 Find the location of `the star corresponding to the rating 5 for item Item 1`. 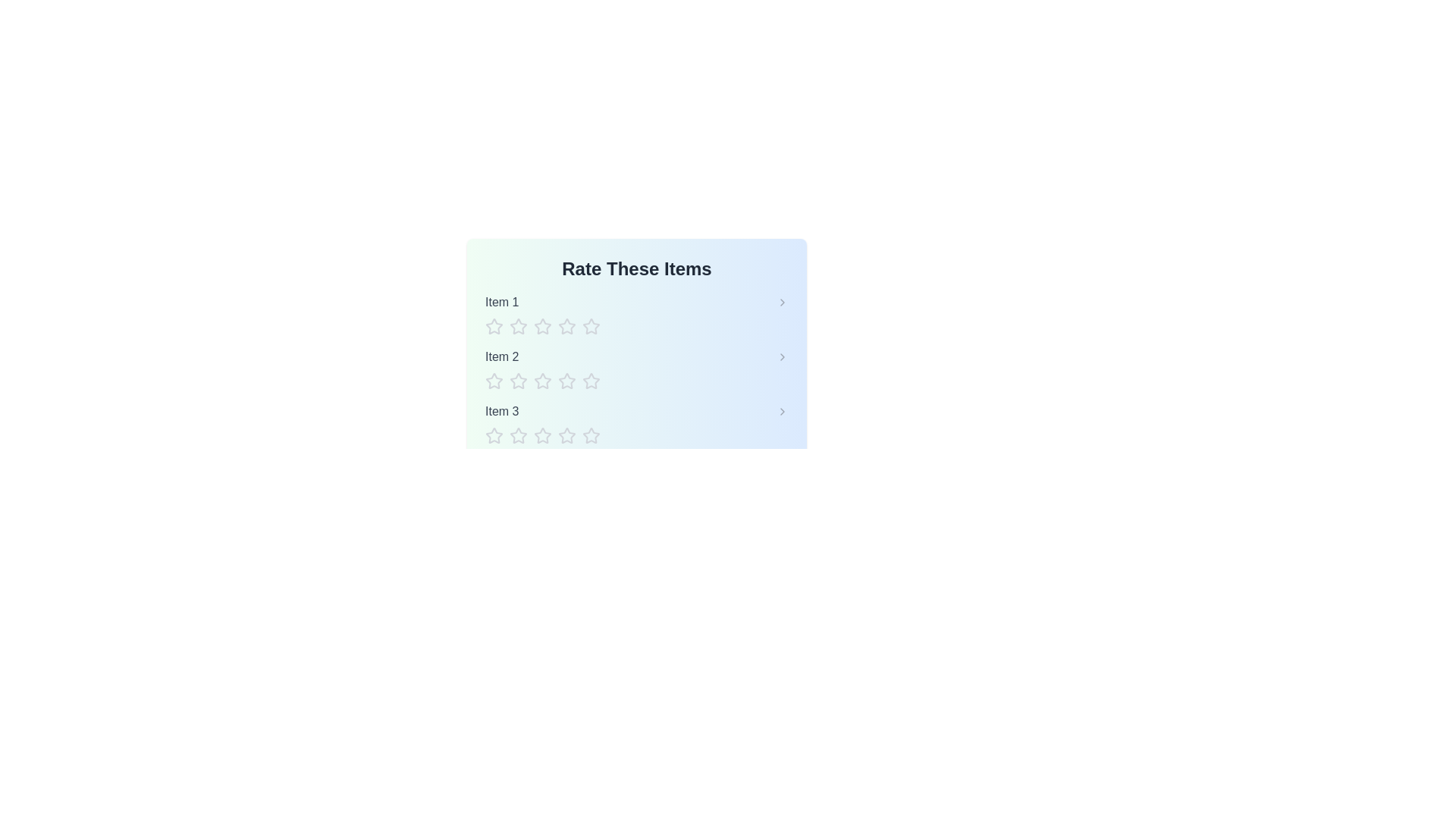

the star corresponding to the rating 5 for item Item 1 is located at coordinates (590, 326).